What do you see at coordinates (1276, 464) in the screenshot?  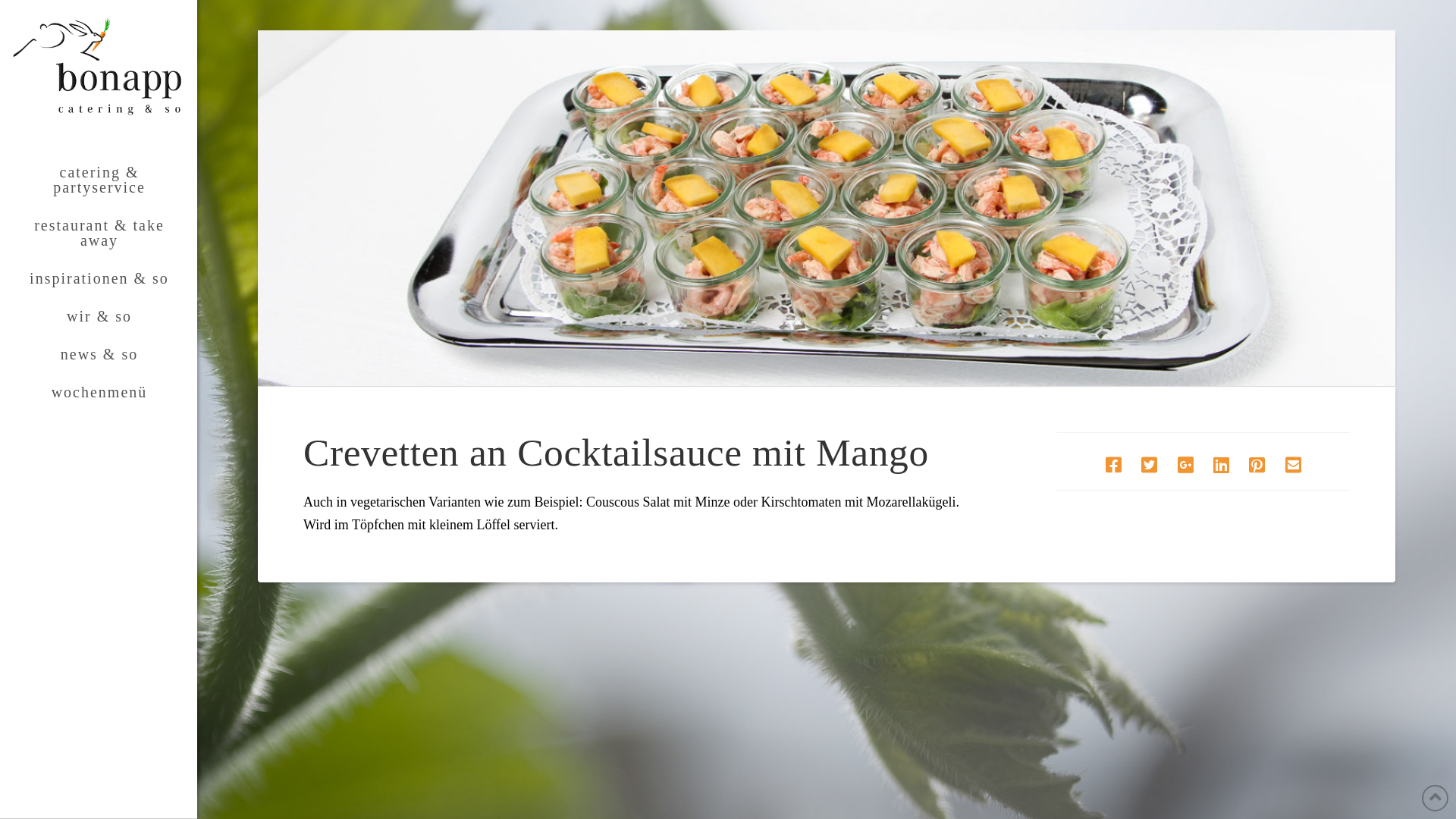 I see `'Share via Email'` at bounding box center [1276, 464].